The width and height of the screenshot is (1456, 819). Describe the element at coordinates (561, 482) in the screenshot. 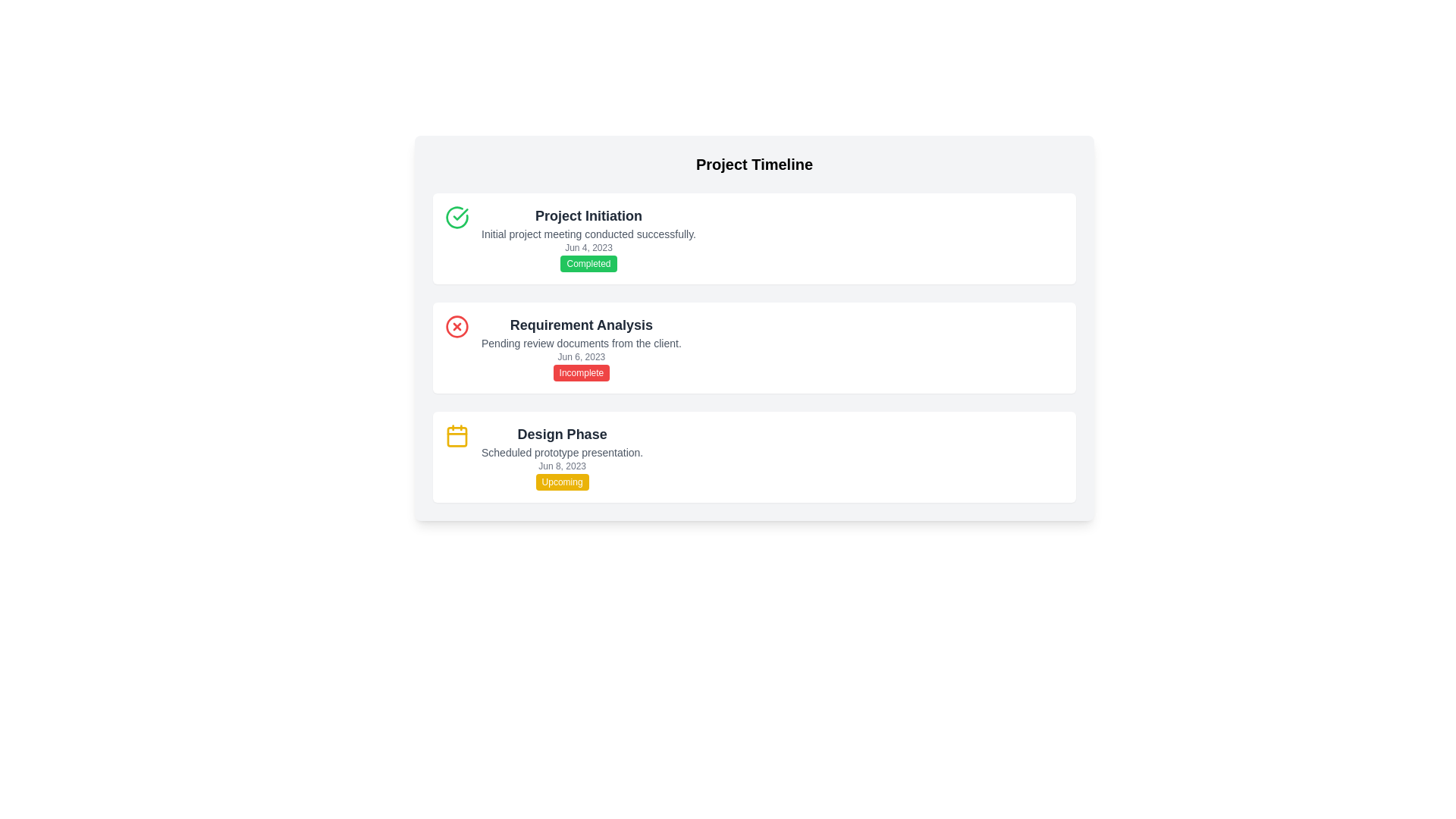

I see `the status indicator badge located below the 'Design Phase' subheading in the timeline section, positioned to the right of the date 'Jun 8, 2023'` at that location.